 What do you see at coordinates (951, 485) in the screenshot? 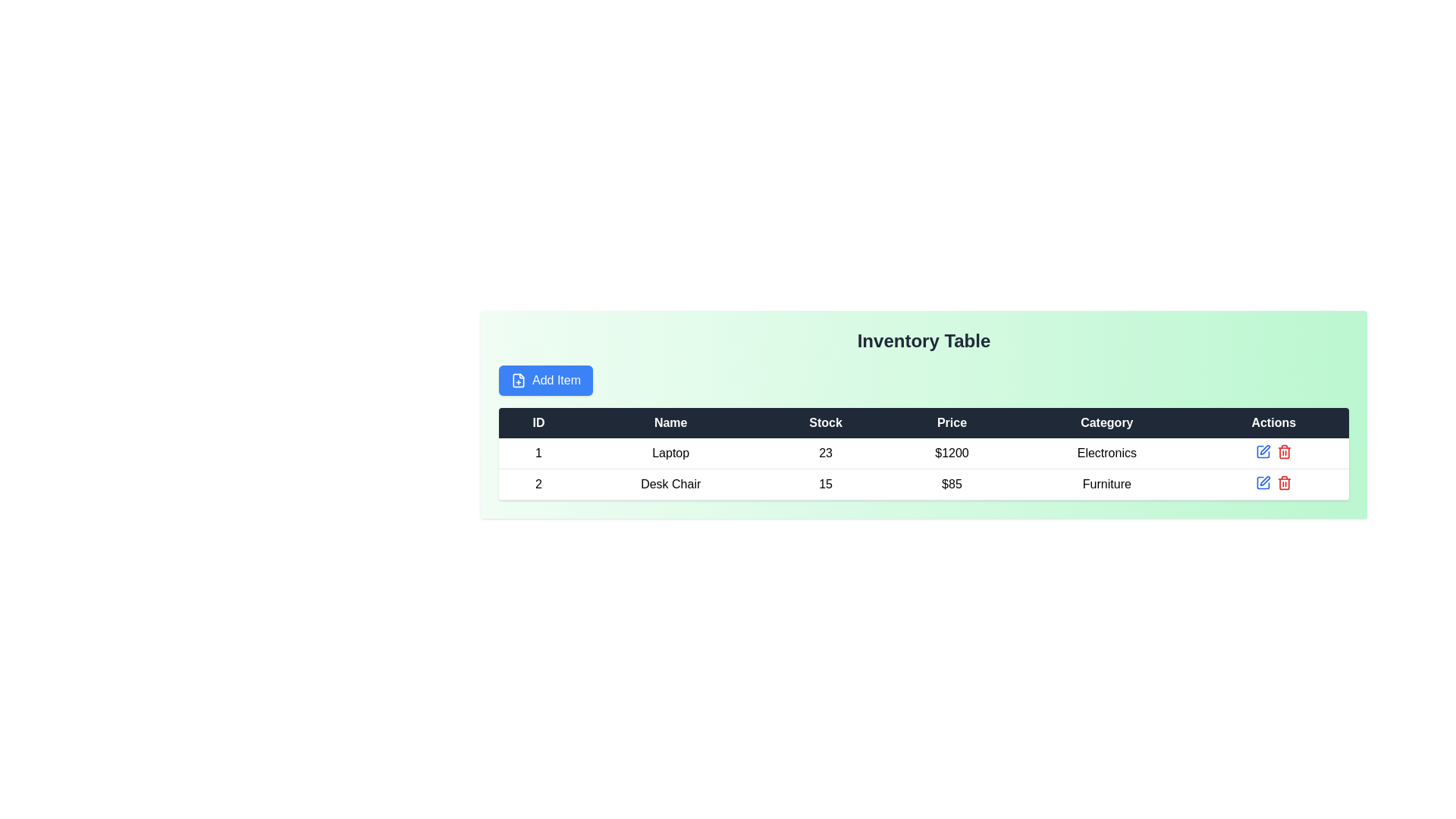
I see `the text label displaying the price value "$85" for the "Desk Chair" item, located in the fourth column of the second row within the table` at bounding box center [951, 485].